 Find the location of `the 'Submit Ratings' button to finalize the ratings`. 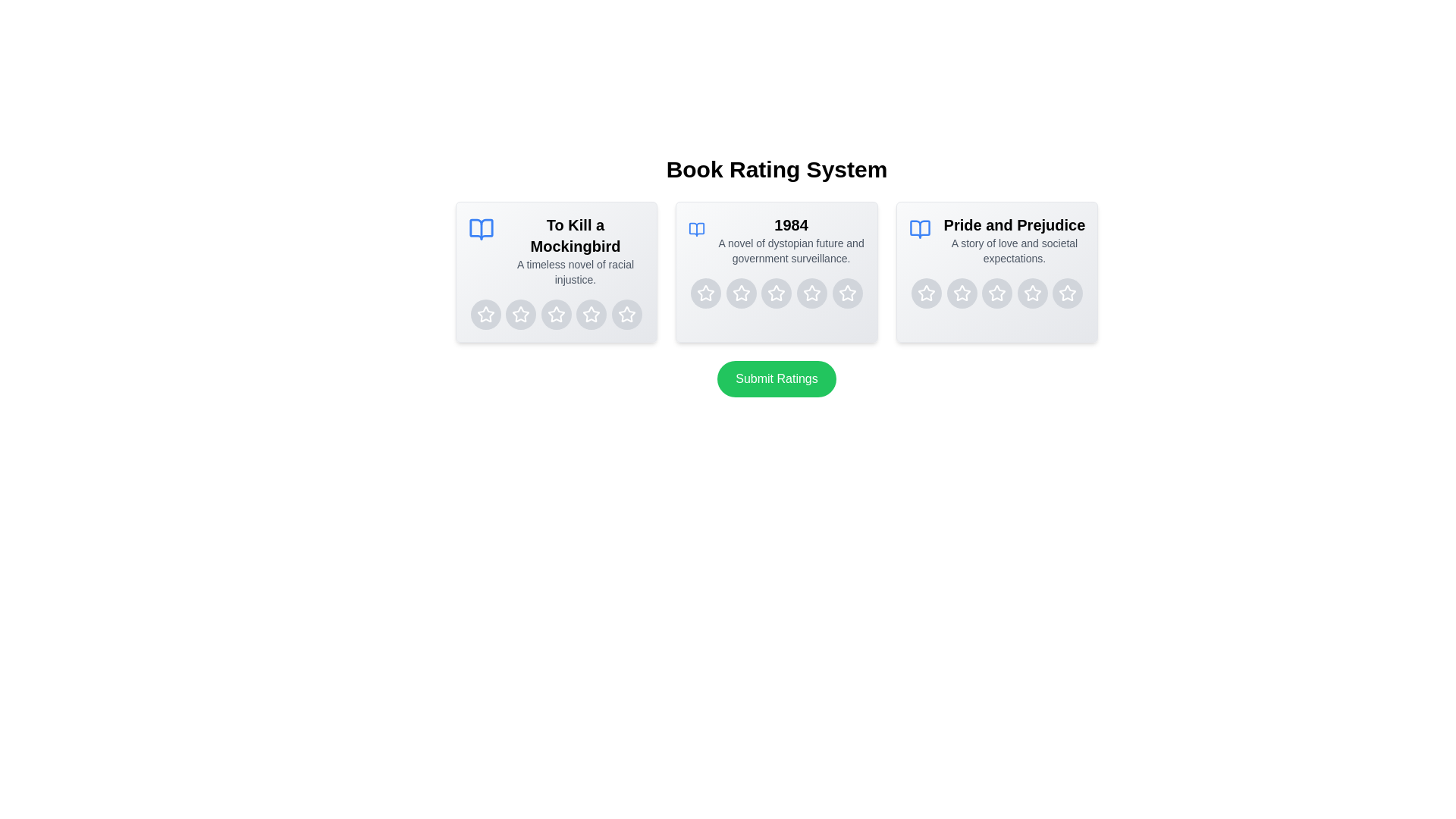

the 'Submit Ratings' button to finalize the ratings is located at coordinates (777, 378).